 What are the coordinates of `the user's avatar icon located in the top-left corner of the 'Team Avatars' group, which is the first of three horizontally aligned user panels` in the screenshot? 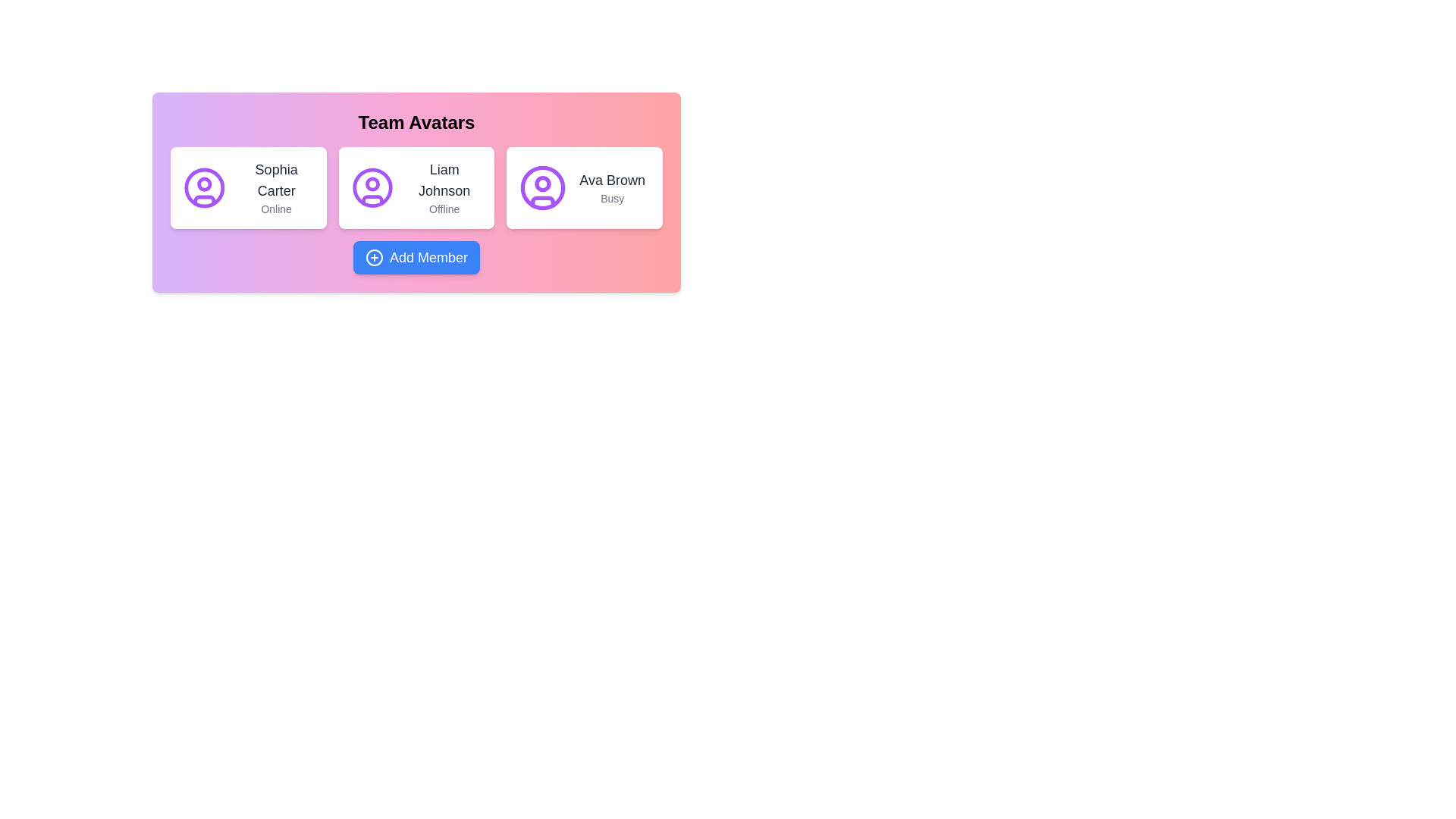 It's located at (203, 187).